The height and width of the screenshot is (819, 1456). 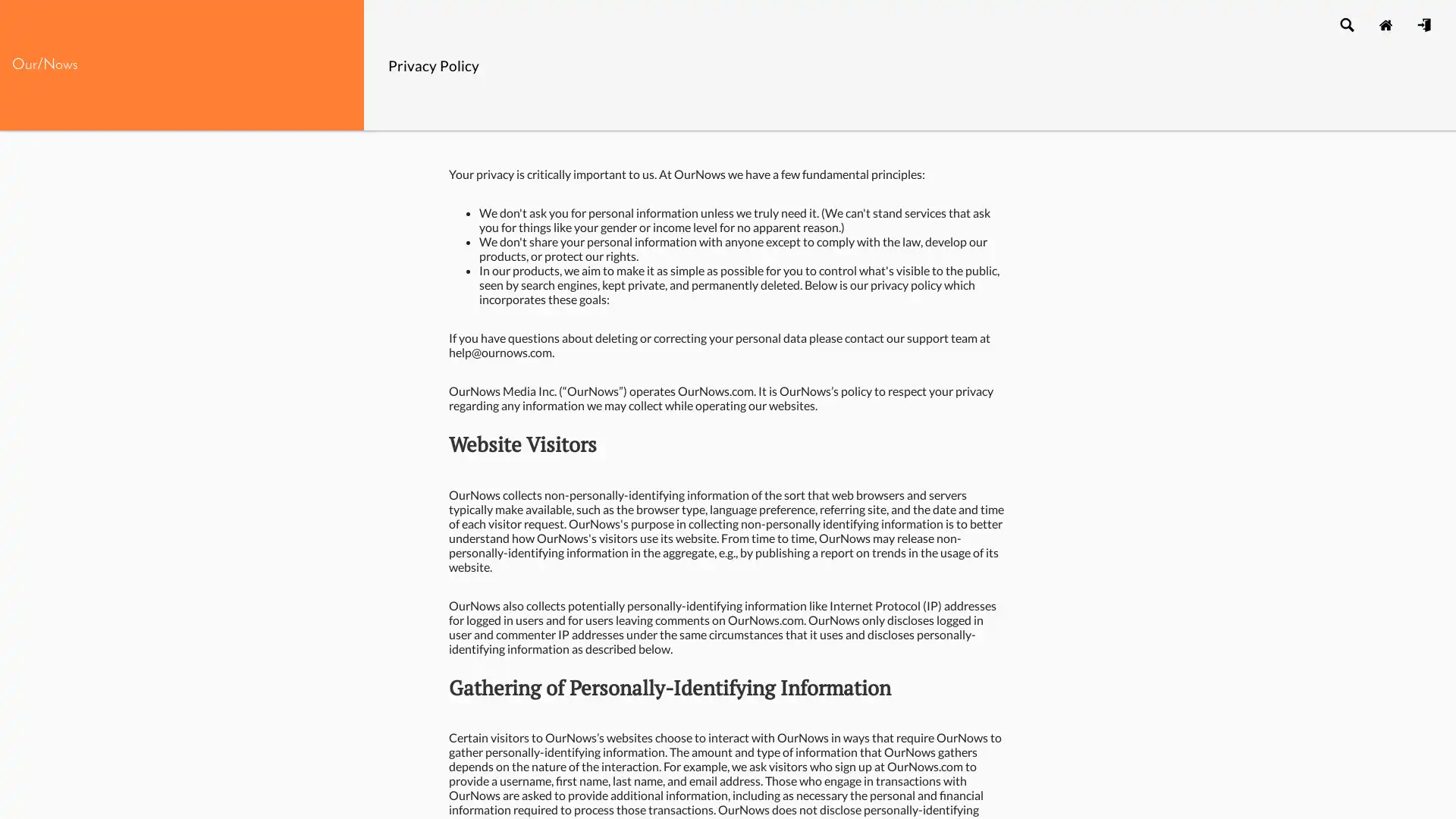 I want to click on Your Now, so click(x=1385, y=24).